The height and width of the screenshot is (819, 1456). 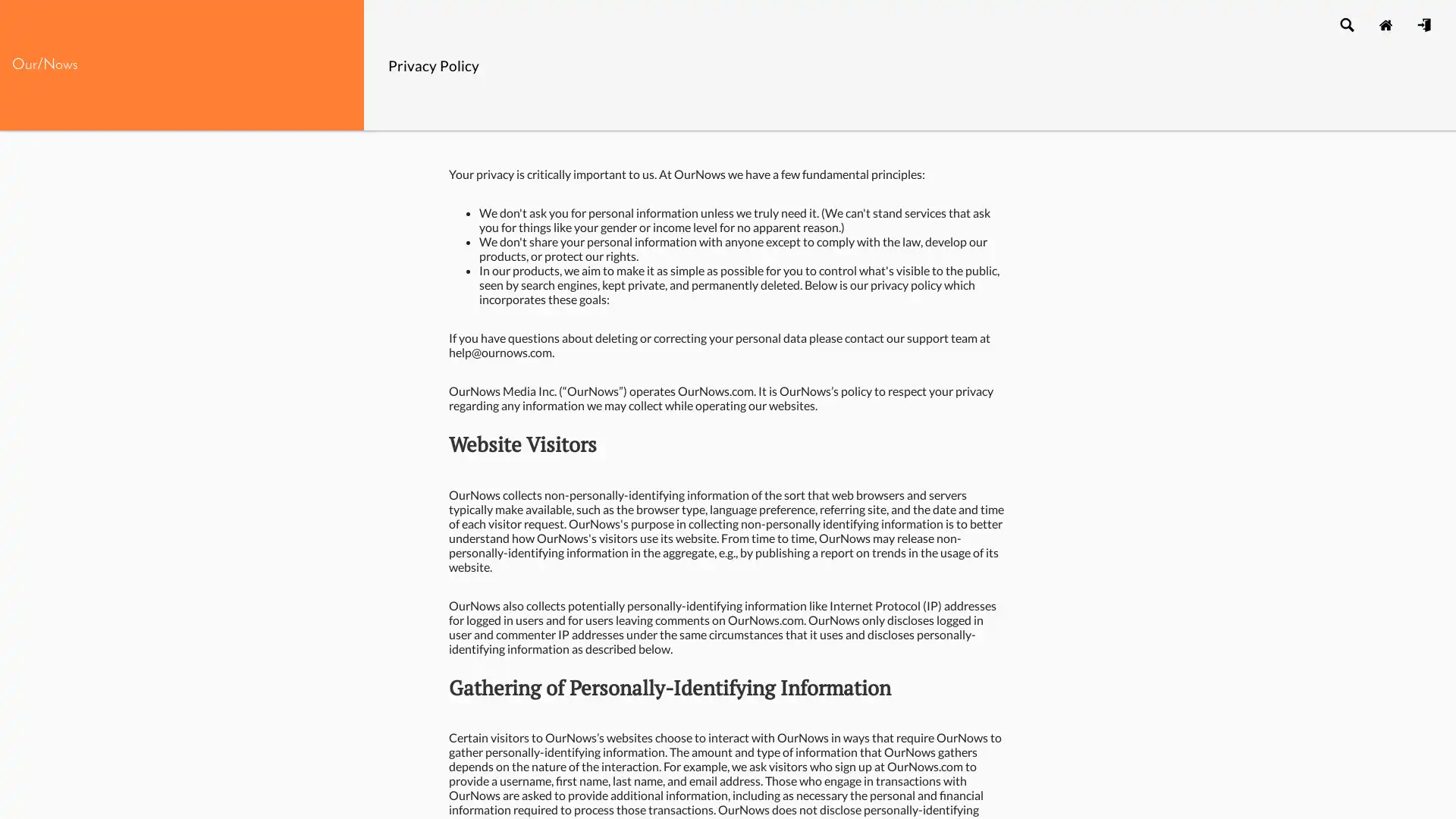 I want to click on Your Now, so click(x=1385, y=24).